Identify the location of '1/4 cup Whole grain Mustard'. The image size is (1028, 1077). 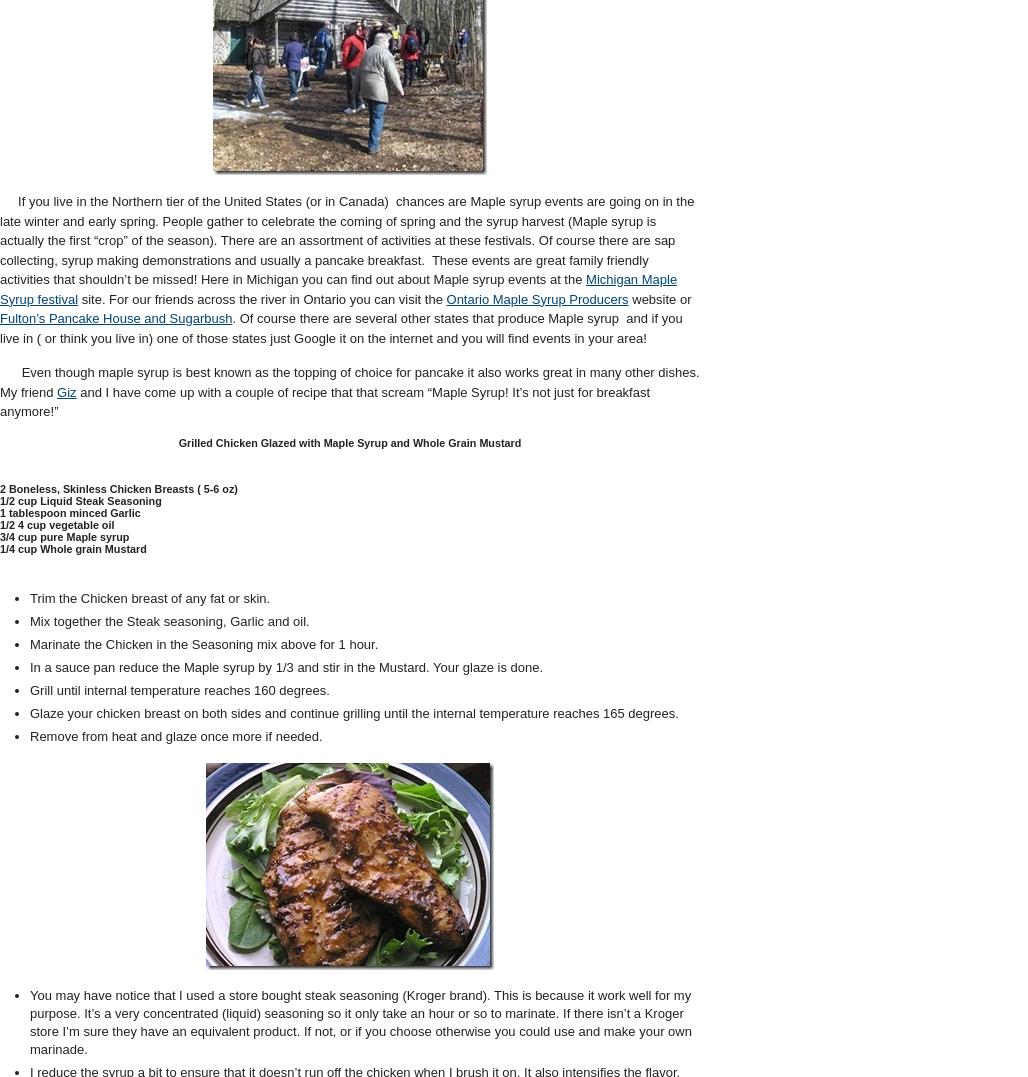
(71, 548).